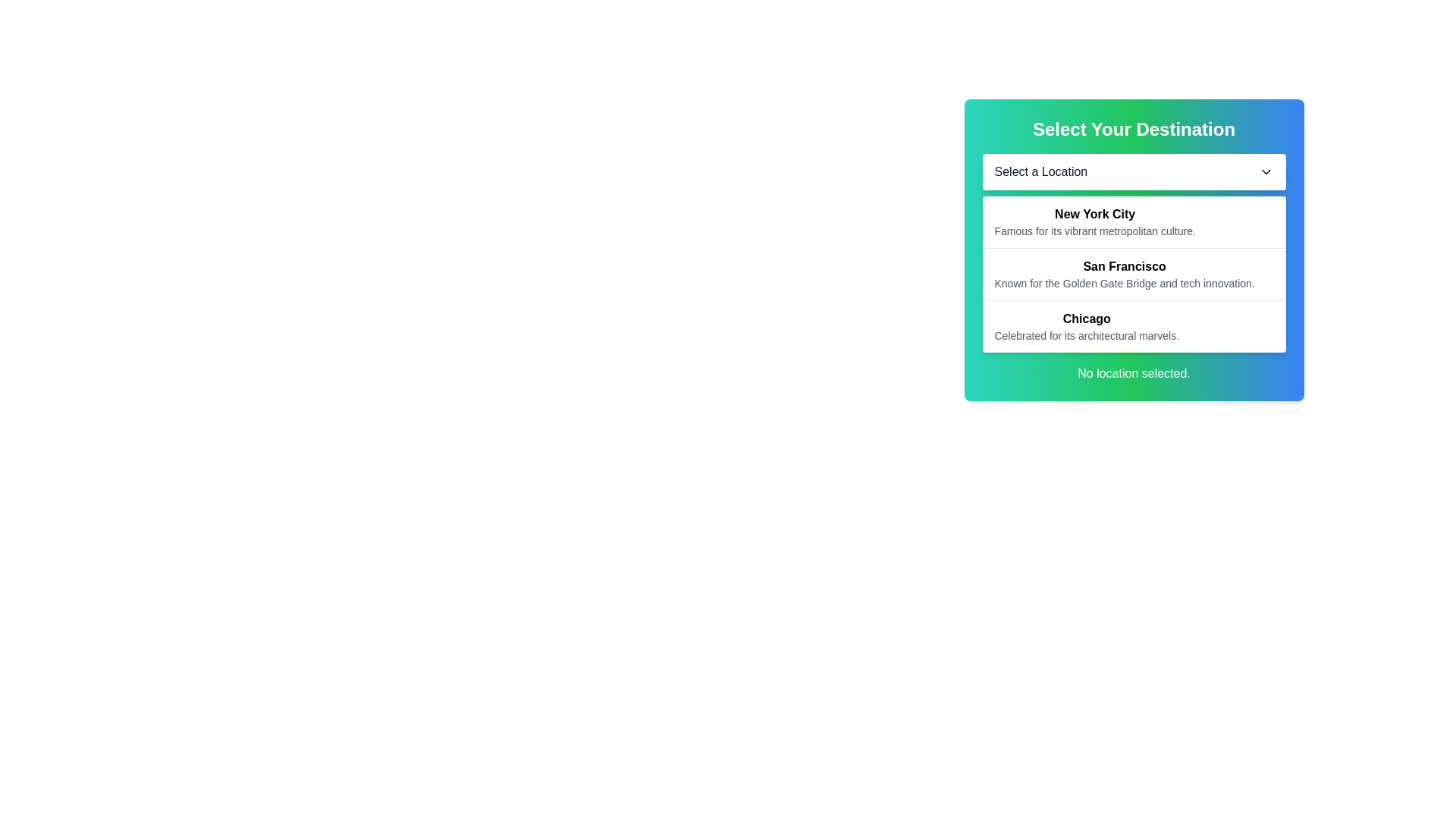 This screenshot has height=819, width=1456. I want to click on descriptive text label about 'Chicago' located under the bolded text displaying 'Chicago' in the details section for destinations, so click(1086, 335).